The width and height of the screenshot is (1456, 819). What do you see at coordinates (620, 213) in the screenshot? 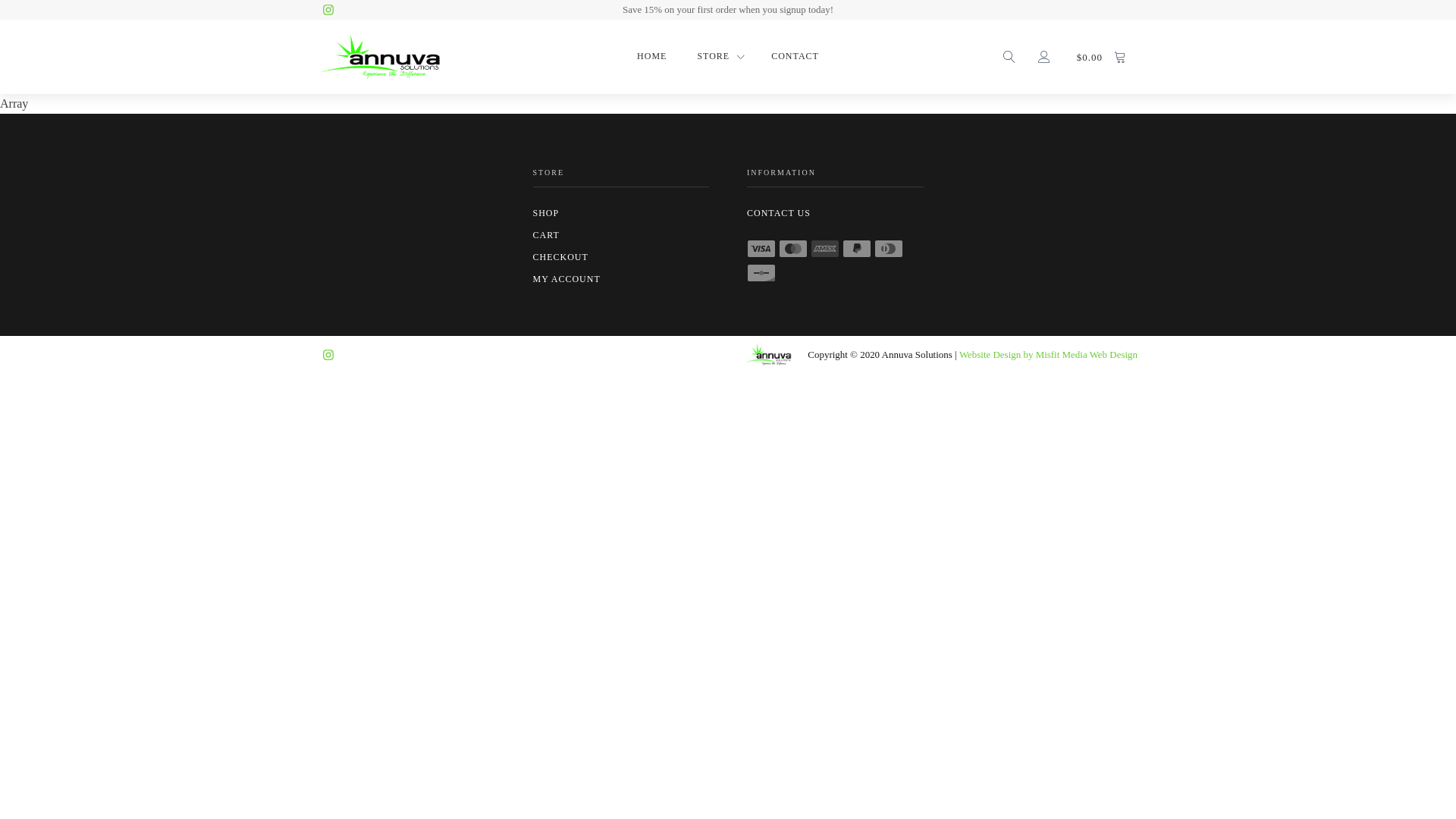
I see `'SHOP'` at bounding box center [620, 213].